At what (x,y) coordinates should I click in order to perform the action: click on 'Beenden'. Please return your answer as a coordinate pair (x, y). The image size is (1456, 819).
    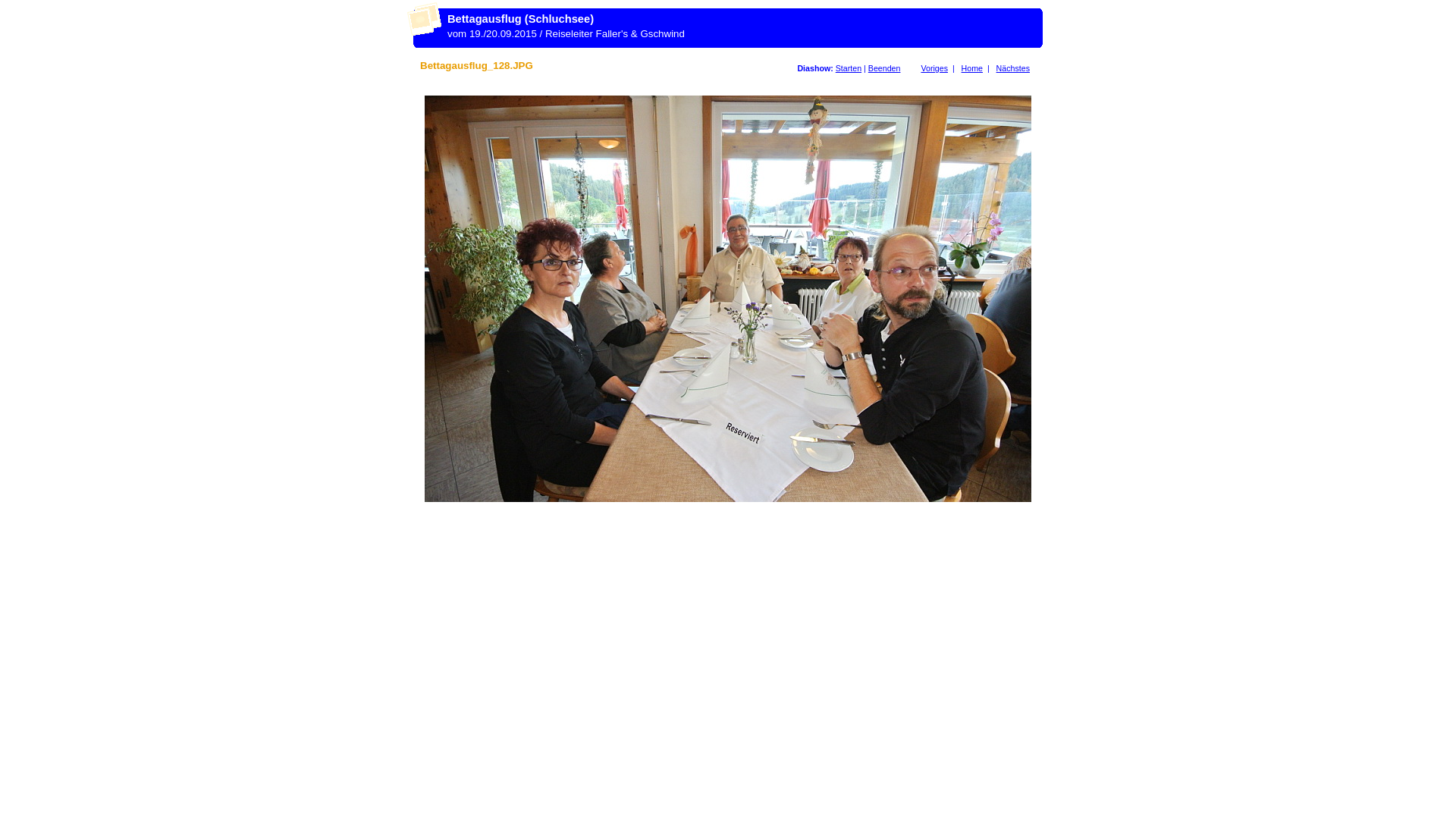
    Looking at the image, I should click on (884, 67).